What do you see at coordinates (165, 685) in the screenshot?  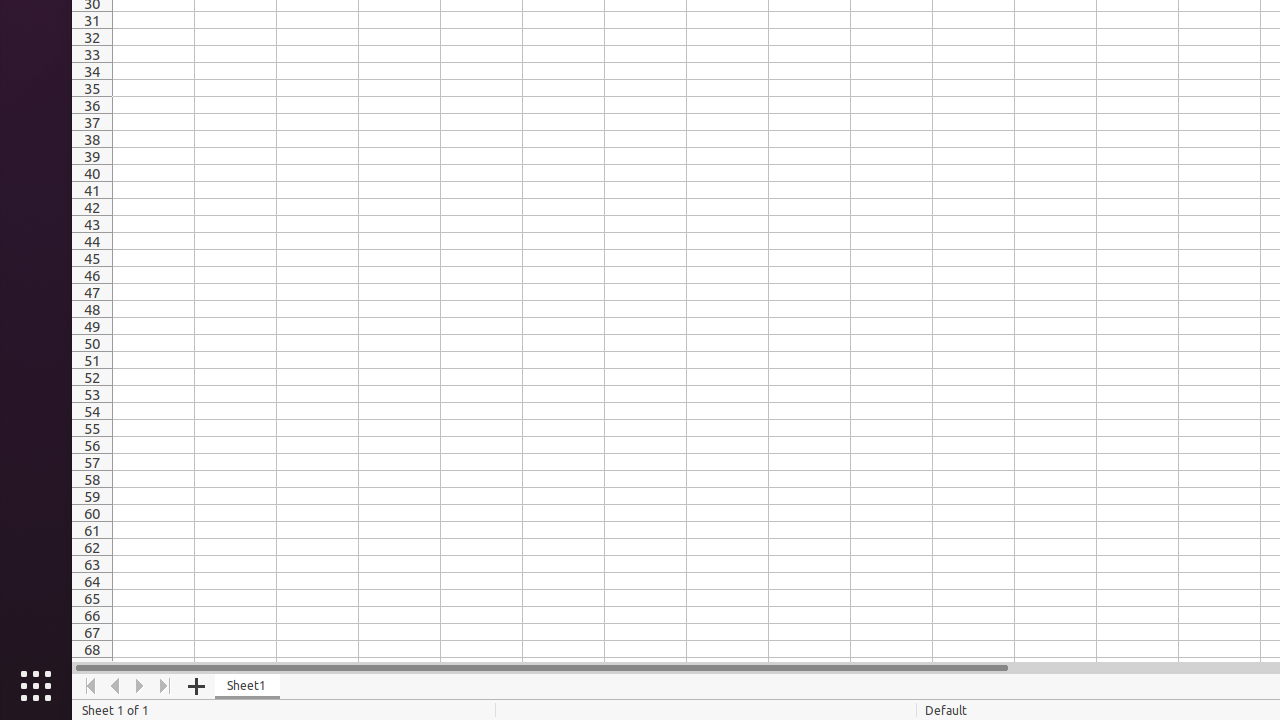 I see `'Move To End'` at bounding box center [165, 685].